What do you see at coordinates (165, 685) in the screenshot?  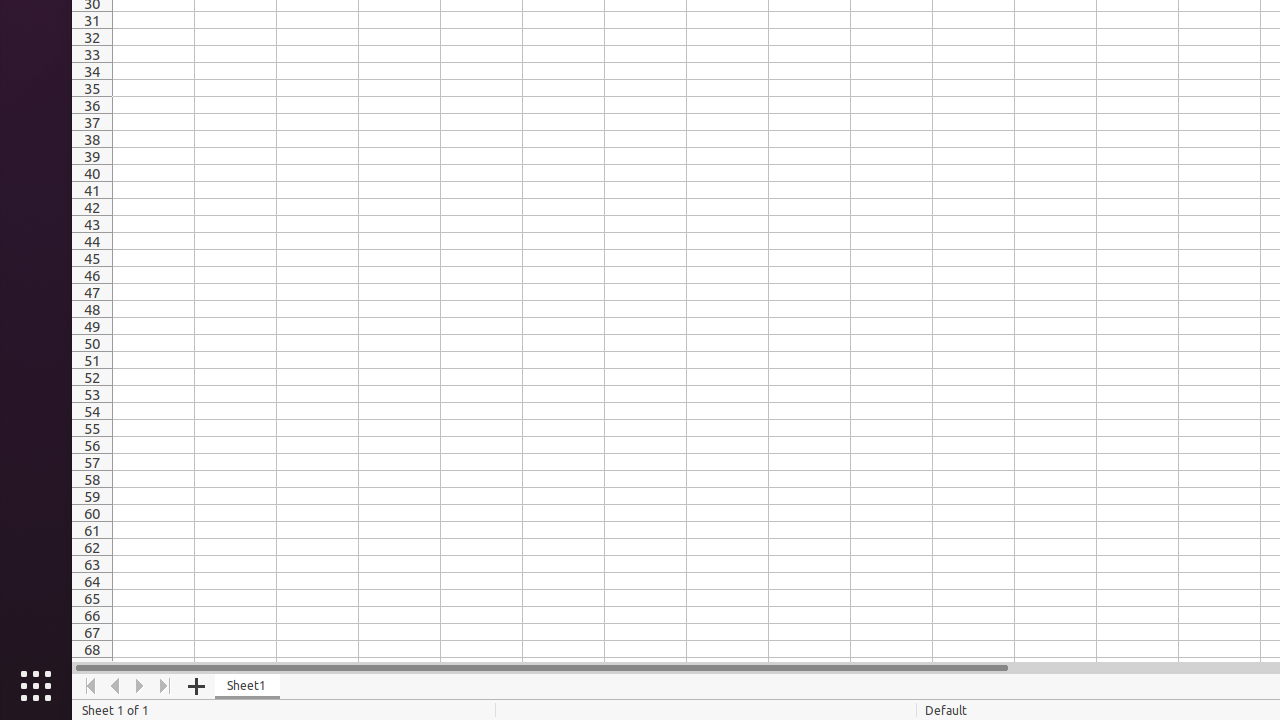 I see `'Move To End'` at bounding box center [165, 685].